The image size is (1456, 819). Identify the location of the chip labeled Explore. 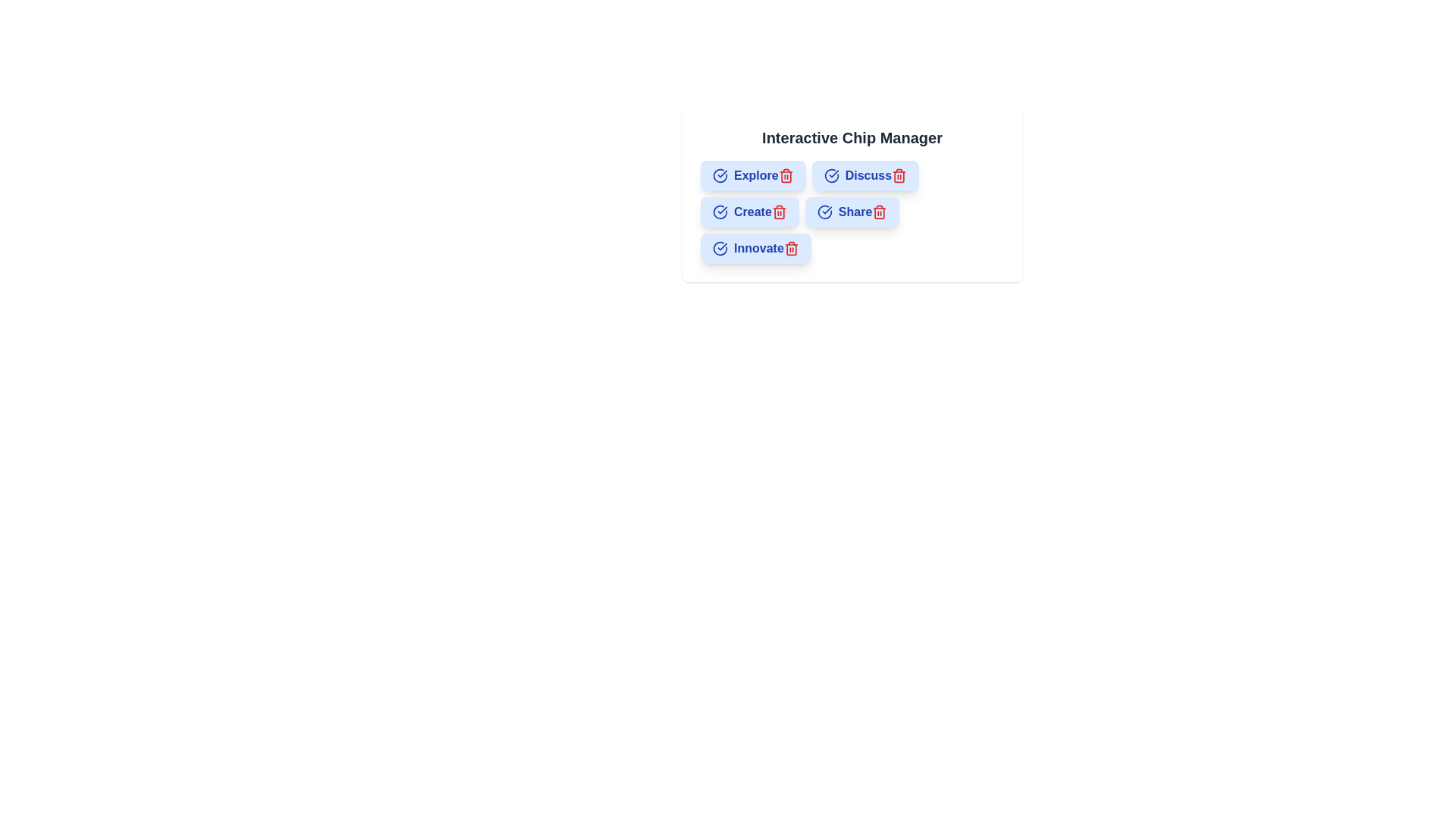
(753, 174).